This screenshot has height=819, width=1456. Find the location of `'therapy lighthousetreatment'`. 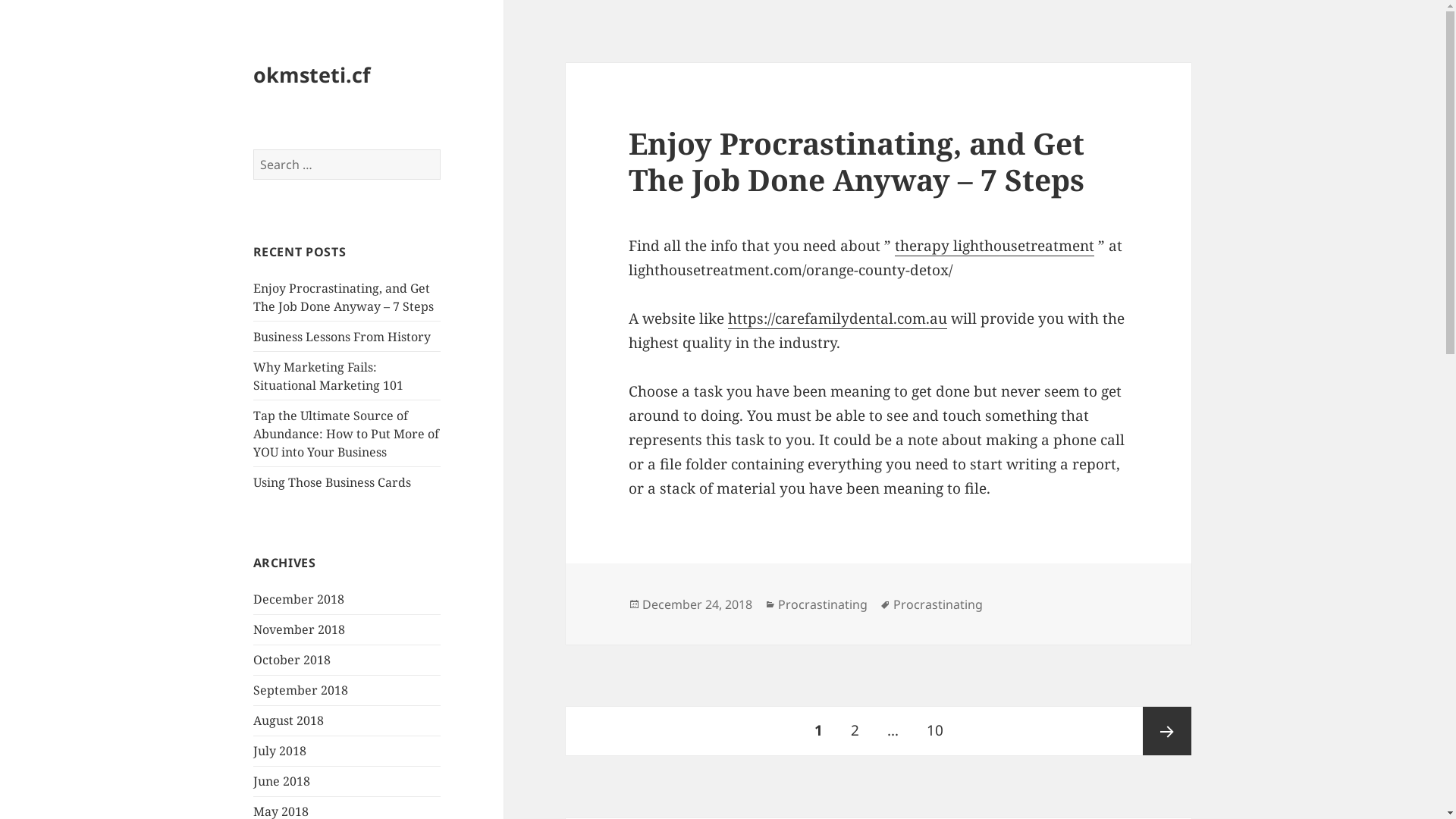

'therapy lighthousetreatment' is located at coordinates (994, 245).